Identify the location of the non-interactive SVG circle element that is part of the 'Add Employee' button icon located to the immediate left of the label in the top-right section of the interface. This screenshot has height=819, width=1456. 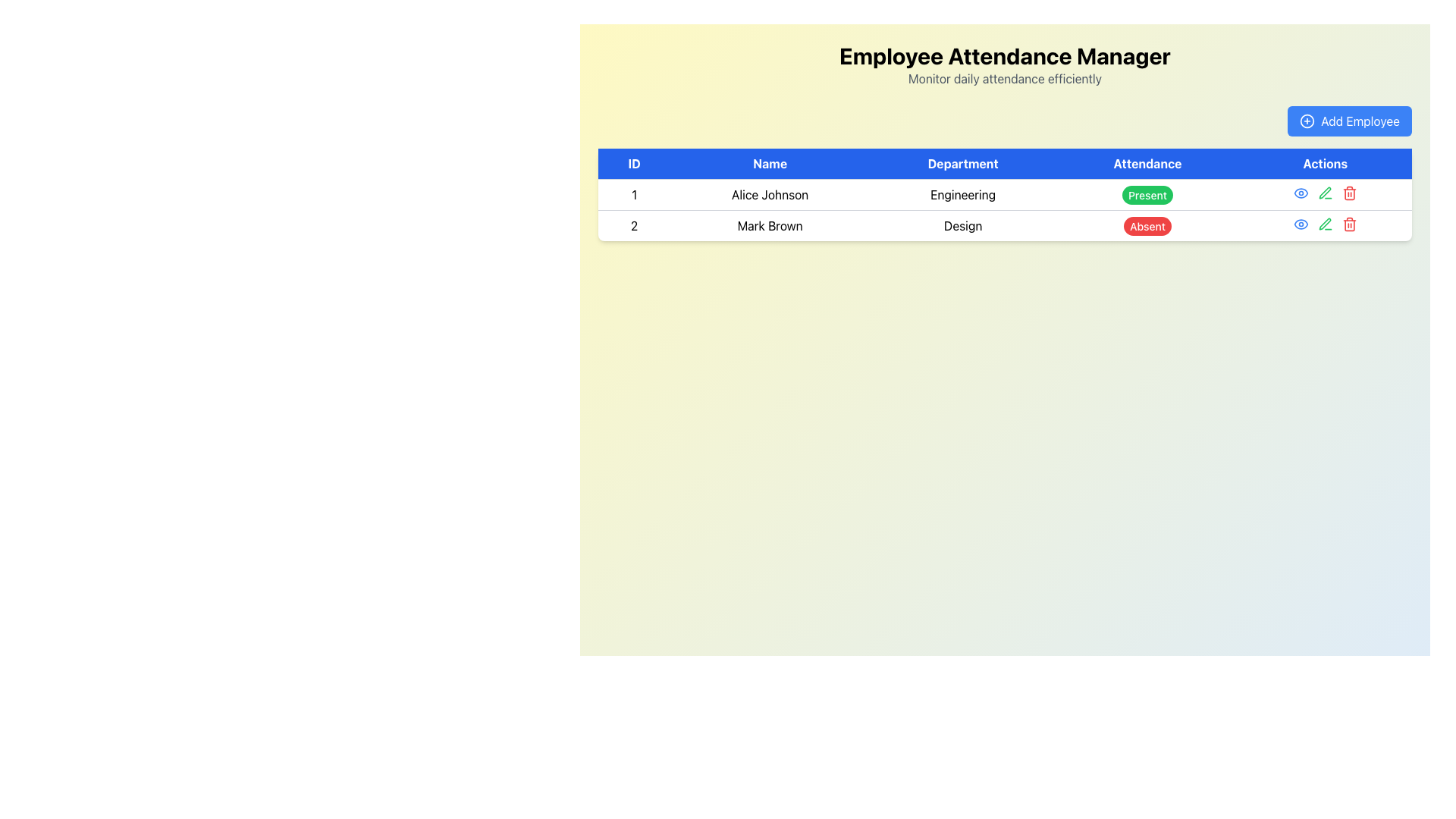
(1307, 120).